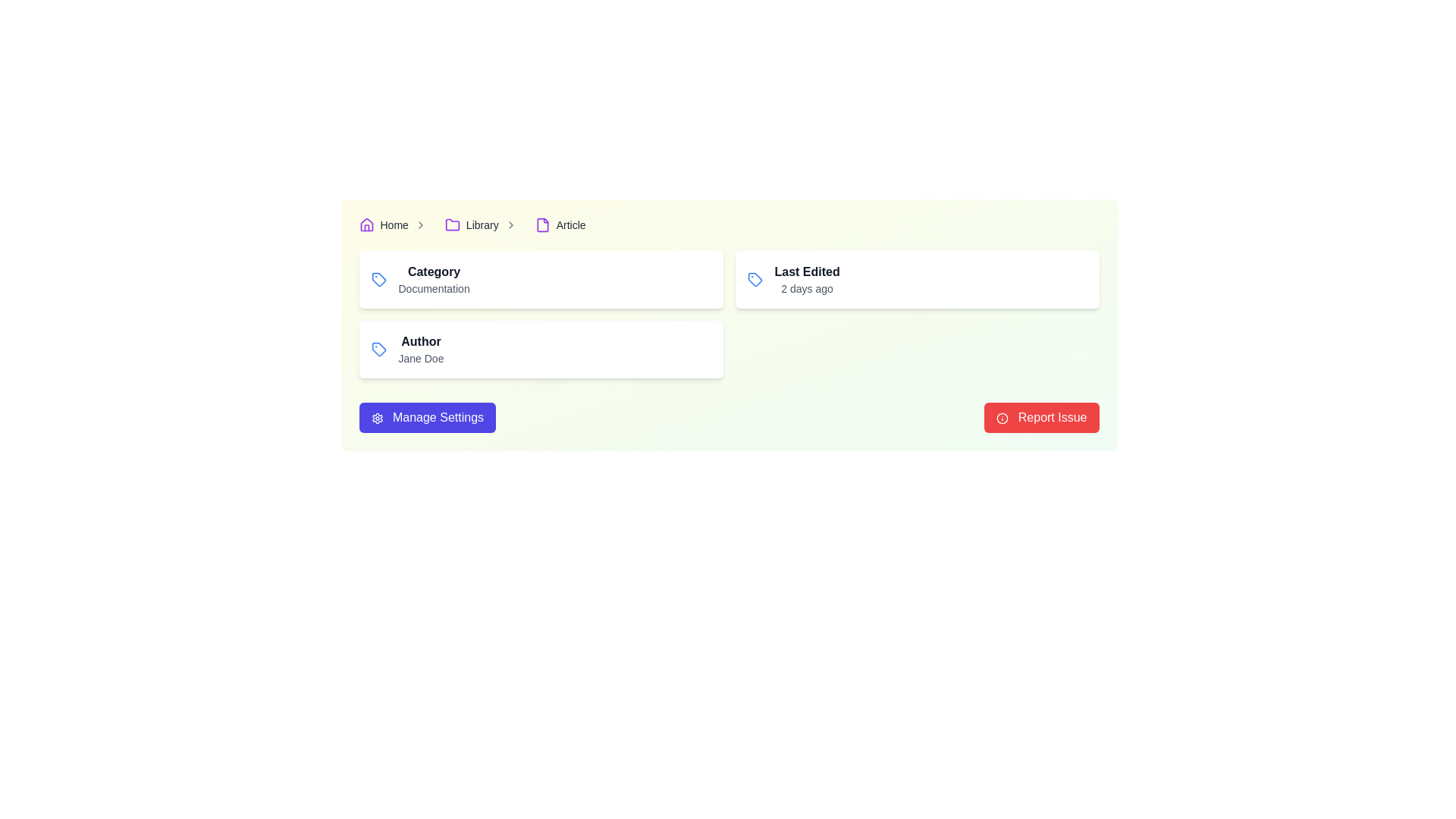 Image resolution: width=1456 pixels, height=819 pixels. Describe the element at coordinates (806, 280) in the screenshot. I see `the informational text display that shows 'Last Edited' and '2 days ago' in the top-right quadrant of the layout` at that location.